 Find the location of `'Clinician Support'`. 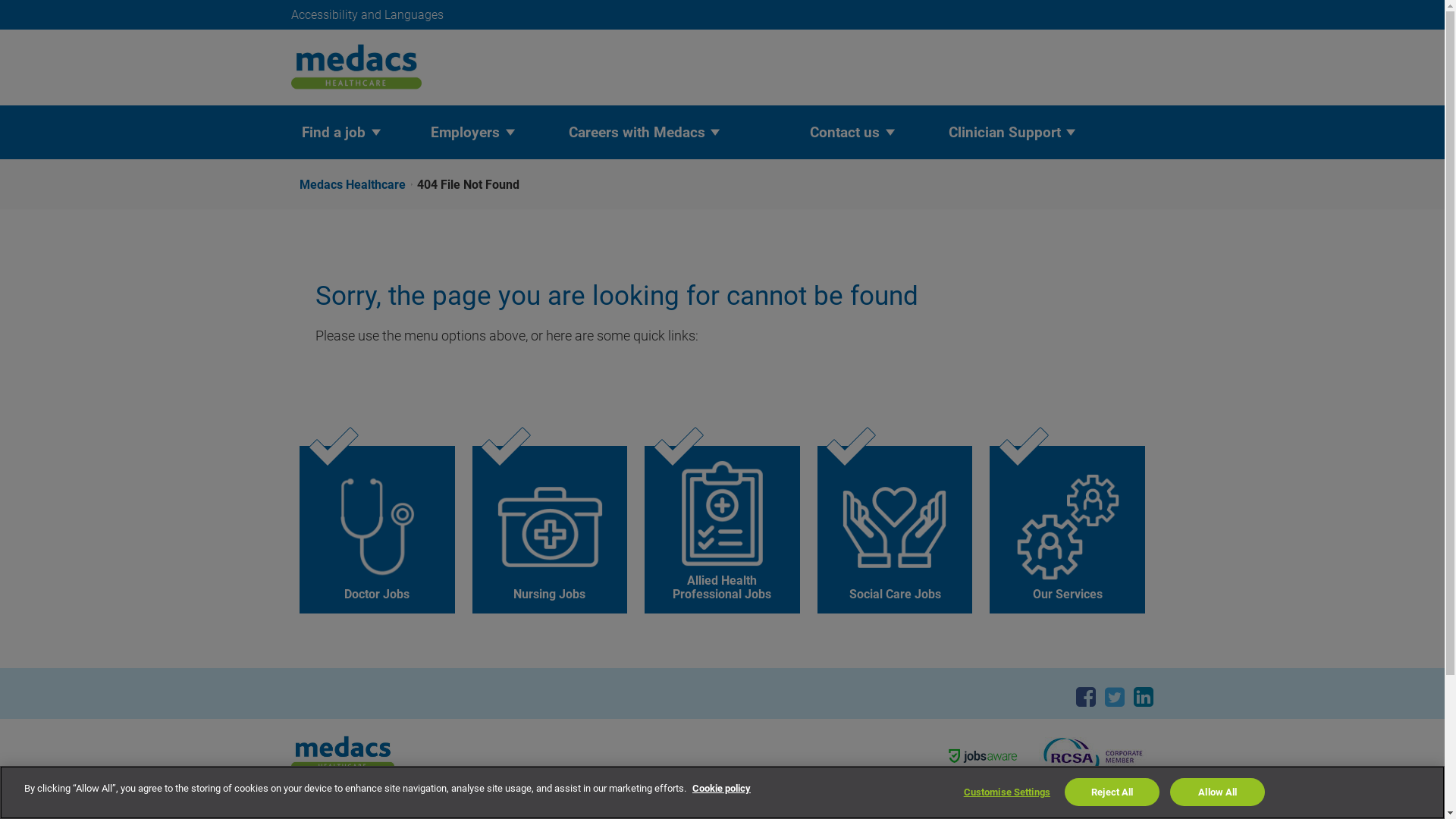

'Clinician Support' is located at coordinates (1003, 131).